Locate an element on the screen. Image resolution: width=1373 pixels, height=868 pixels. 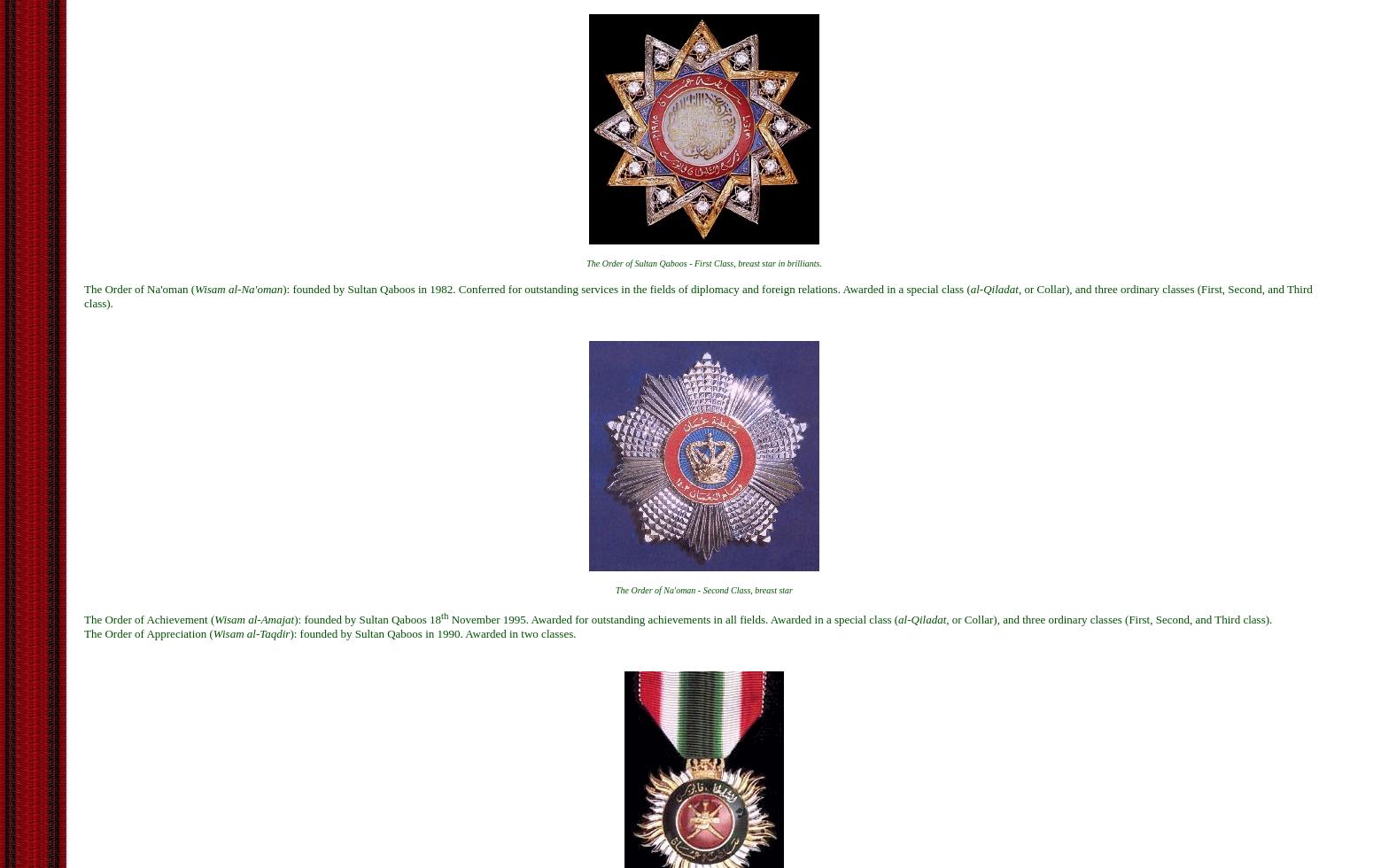
'The Order of Achievement (' is located at coordinates (148, 618).